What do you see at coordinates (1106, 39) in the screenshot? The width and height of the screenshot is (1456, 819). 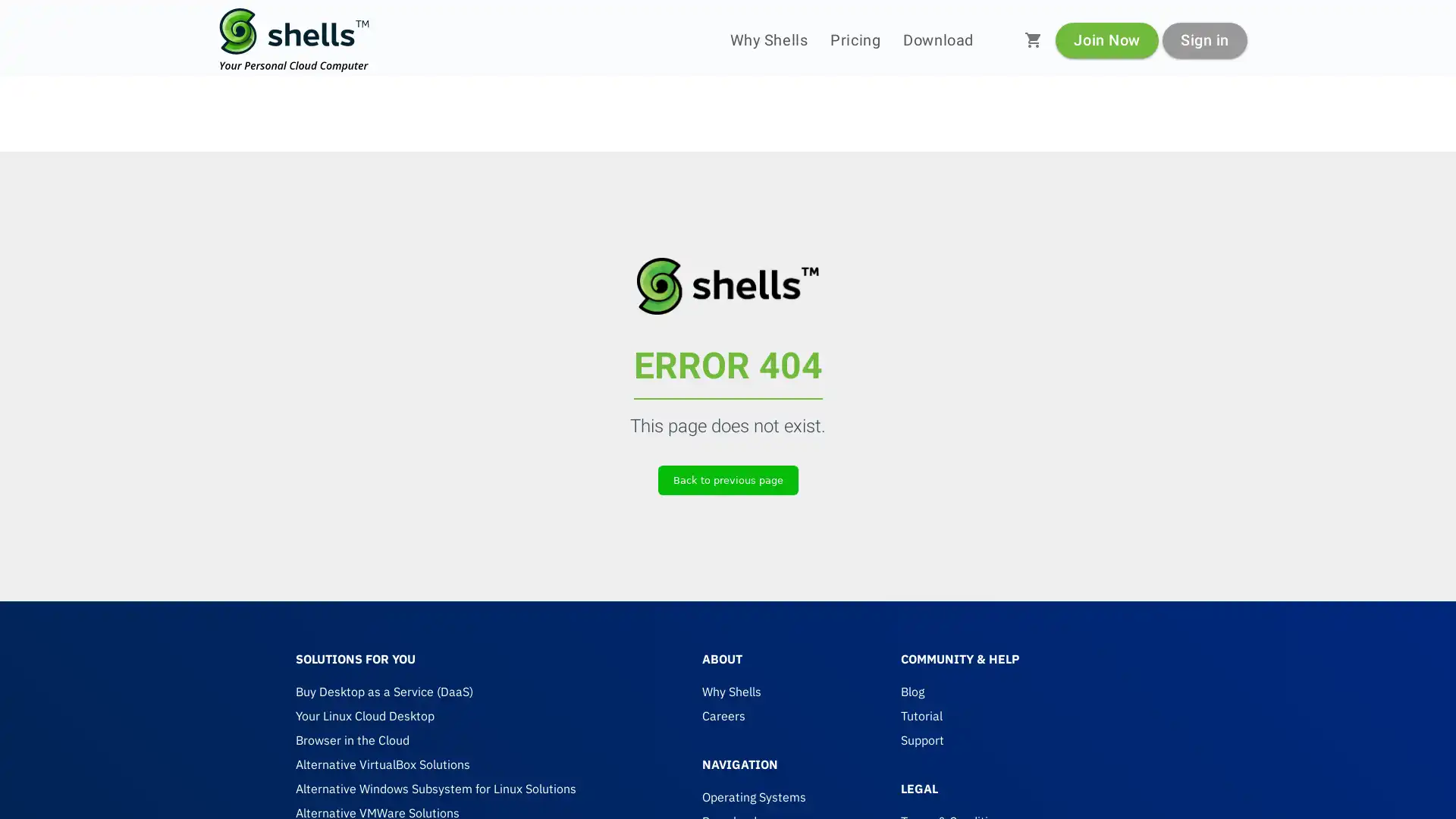 I see `Join Now` at bounding box center [1106, 39].